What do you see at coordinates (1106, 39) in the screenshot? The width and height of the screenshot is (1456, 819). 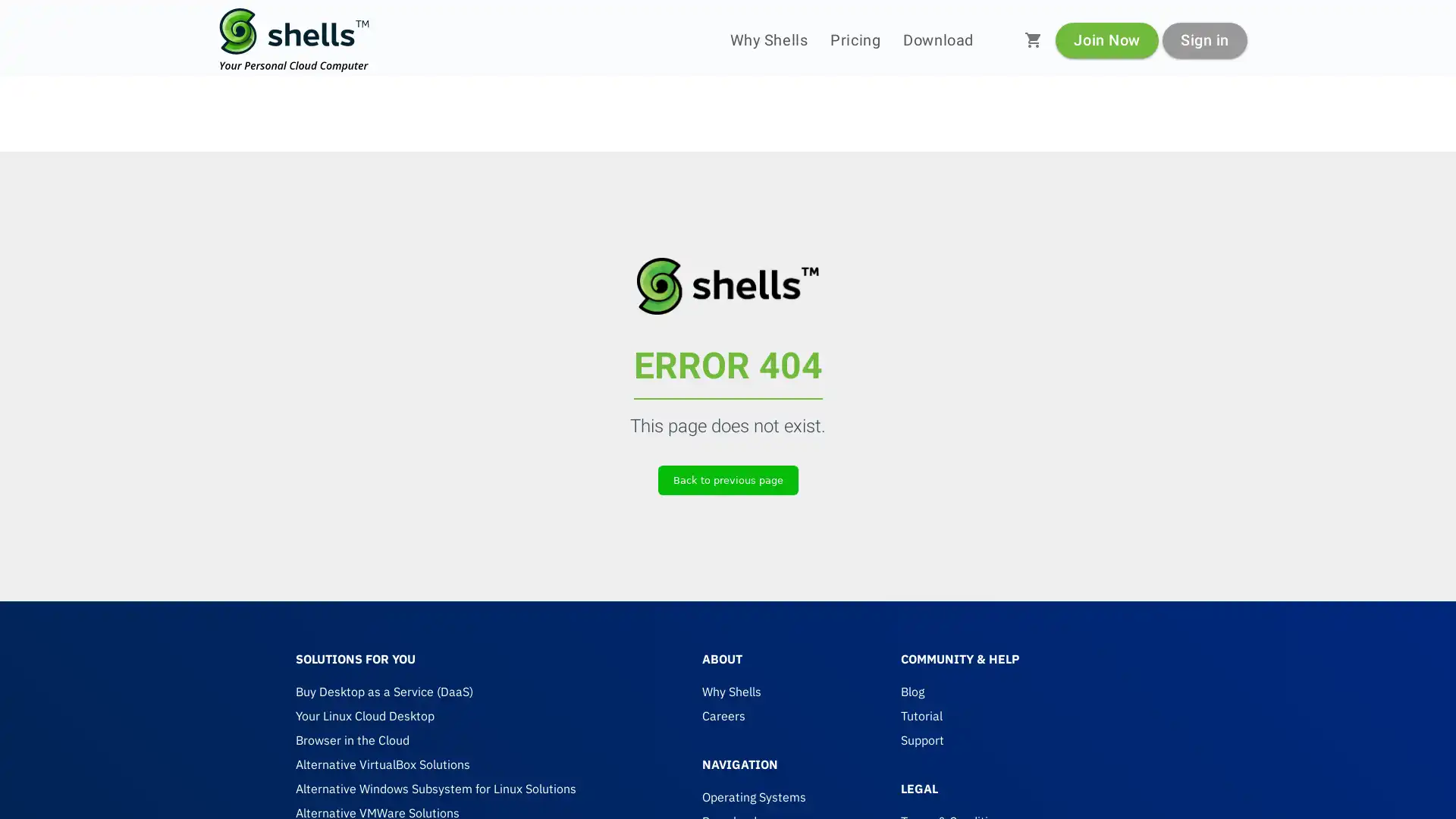 I see `Join Now` at bounding box center [1106, 39].